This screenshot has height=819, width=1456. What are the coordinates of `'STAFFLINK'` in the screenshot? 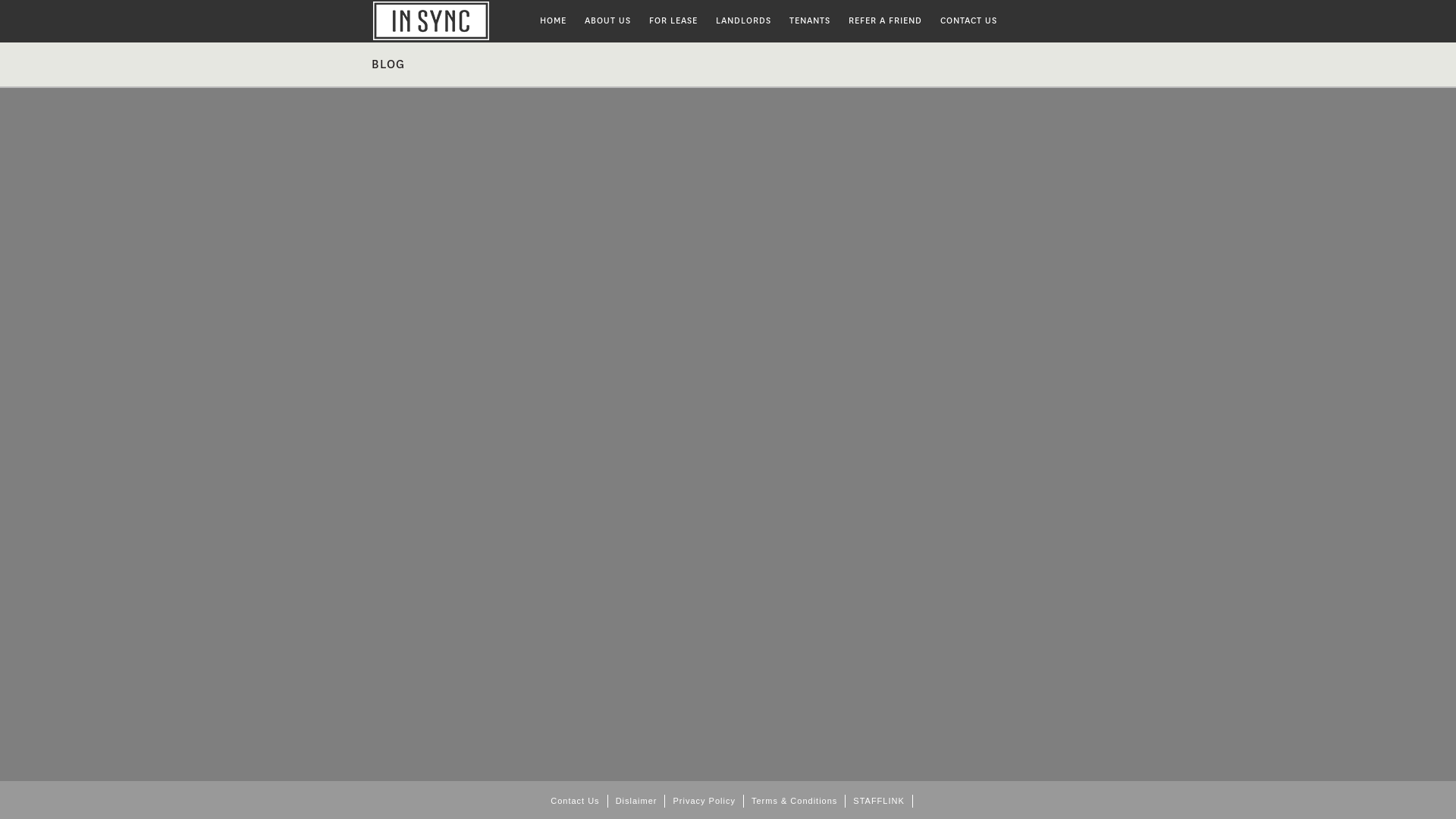 It's located at (878, 800).